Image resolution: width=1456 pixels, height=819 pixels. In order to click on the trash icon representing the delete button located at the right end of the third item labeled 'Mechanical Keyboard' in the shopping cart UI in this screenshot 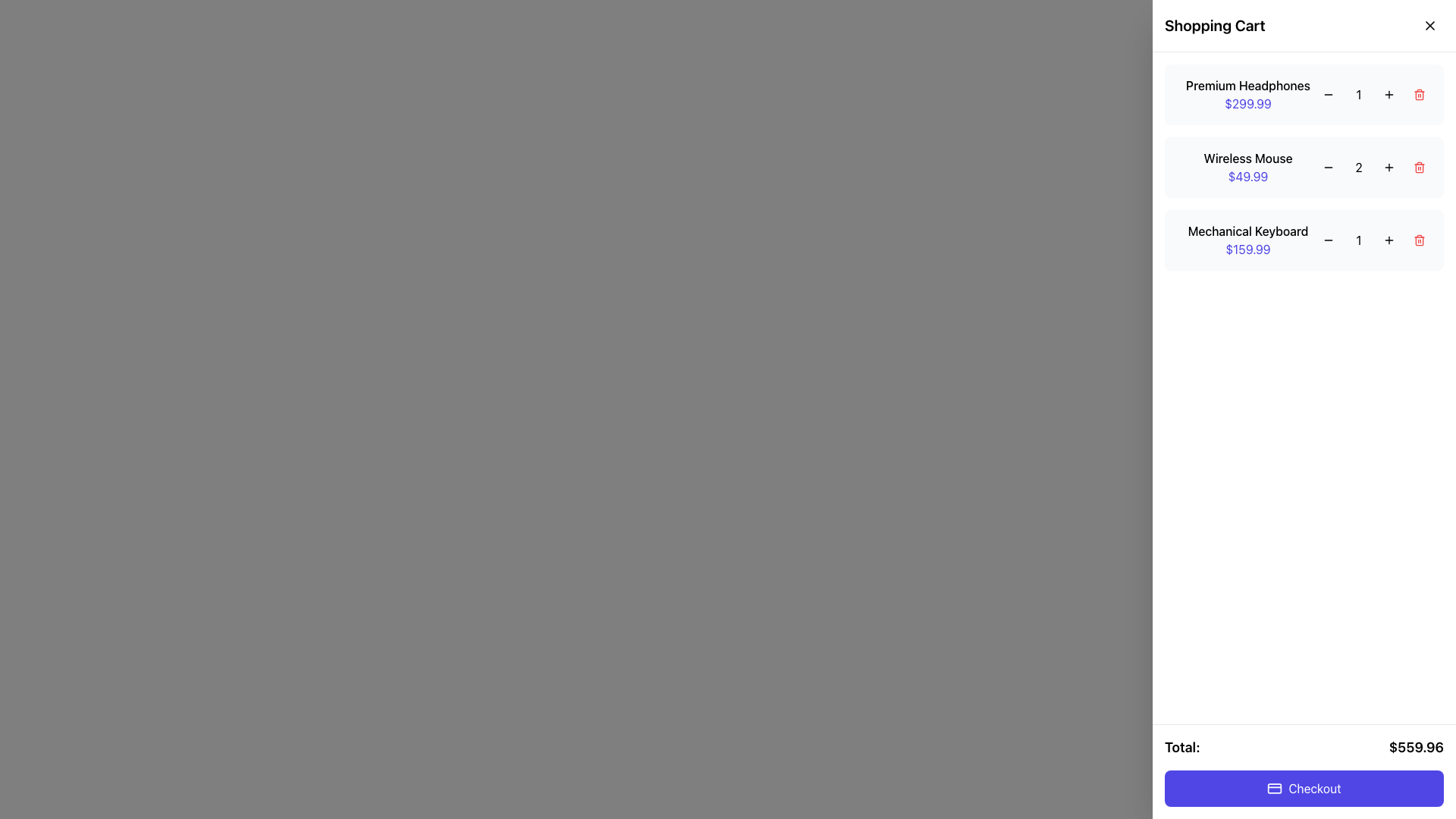, I will do `click(1419, 239)`.